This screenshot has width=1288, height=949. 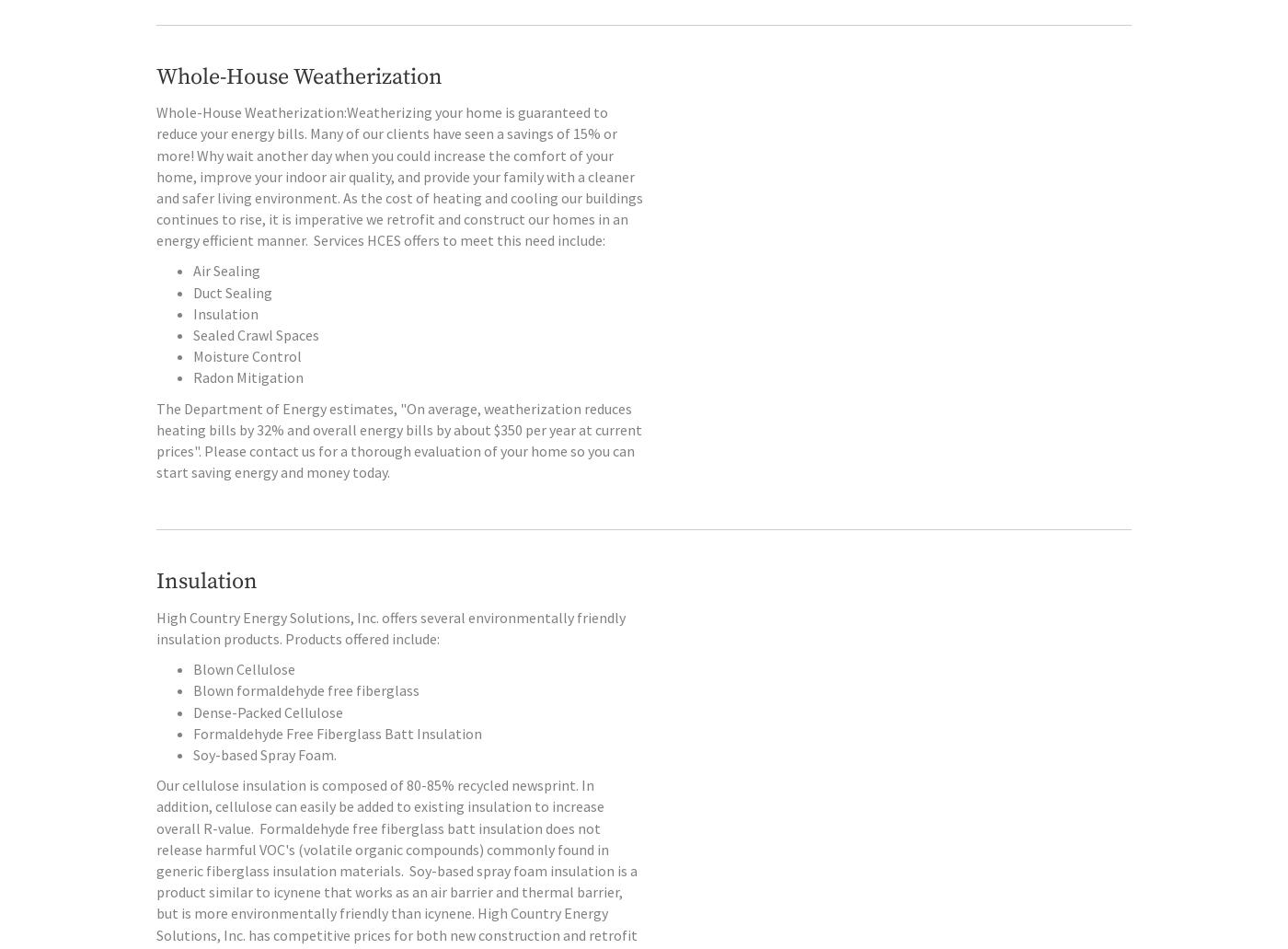 What do you see at coordinates (248, 415) in the screenshot?
I see `'Radon Mitigation'` at bounding box center [248, 415].